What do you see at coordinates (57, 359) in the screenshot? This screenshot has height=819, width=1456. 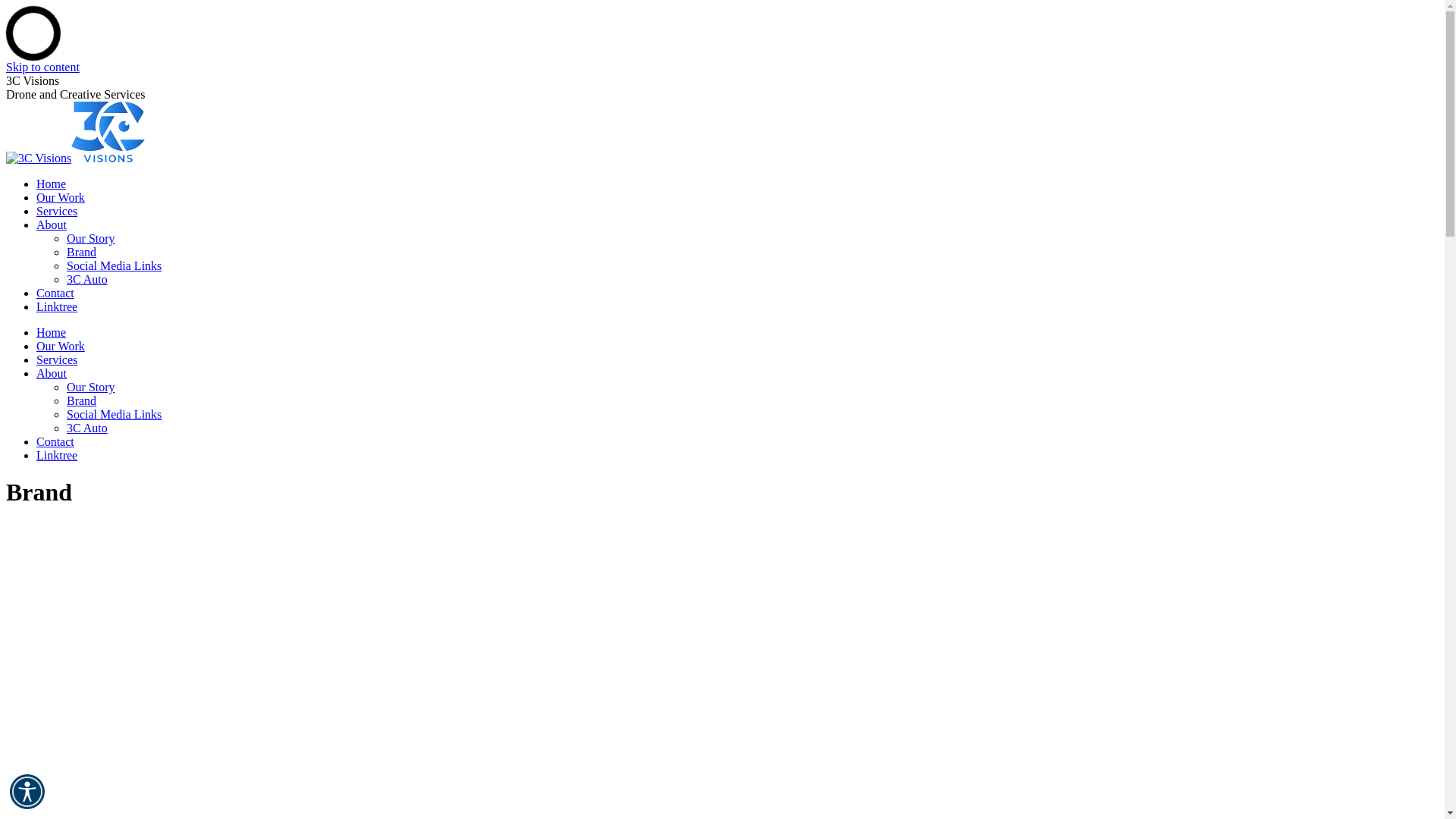 I see `'Services'` at bounding box center [57, 359].